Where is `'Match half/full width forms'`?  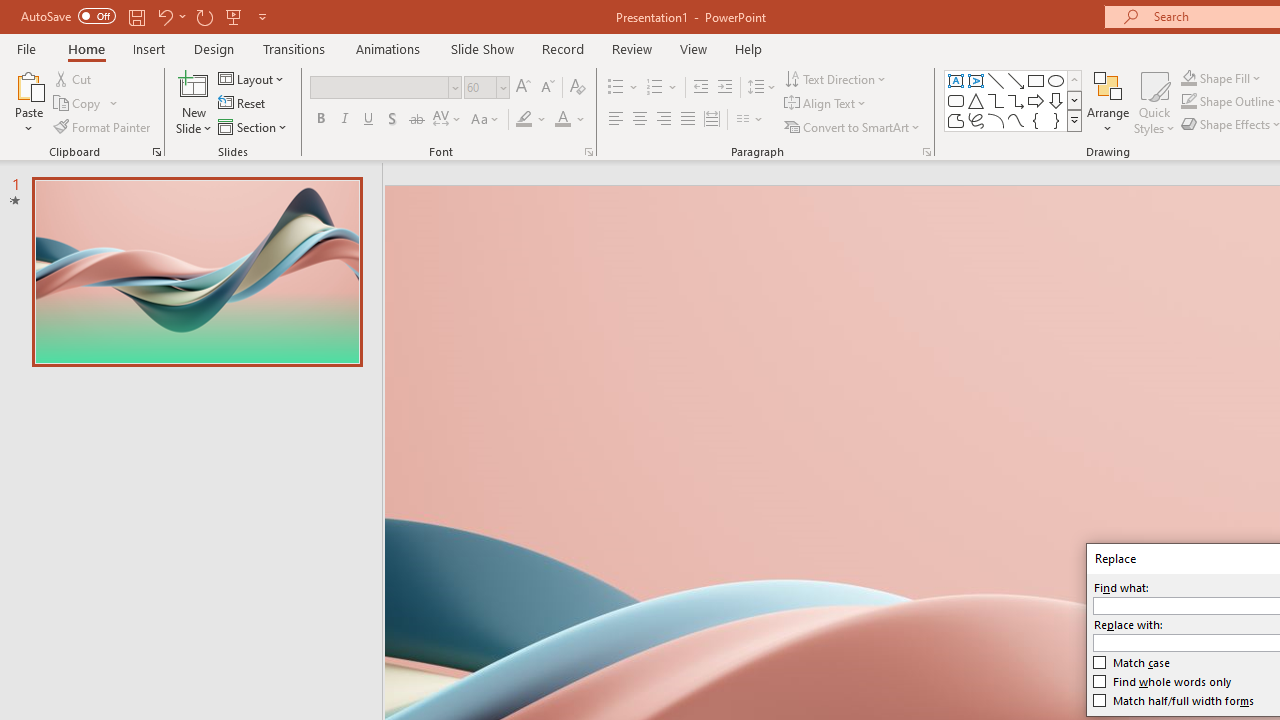
'Match half/full width forms' is located at coordinates (1174, 699).